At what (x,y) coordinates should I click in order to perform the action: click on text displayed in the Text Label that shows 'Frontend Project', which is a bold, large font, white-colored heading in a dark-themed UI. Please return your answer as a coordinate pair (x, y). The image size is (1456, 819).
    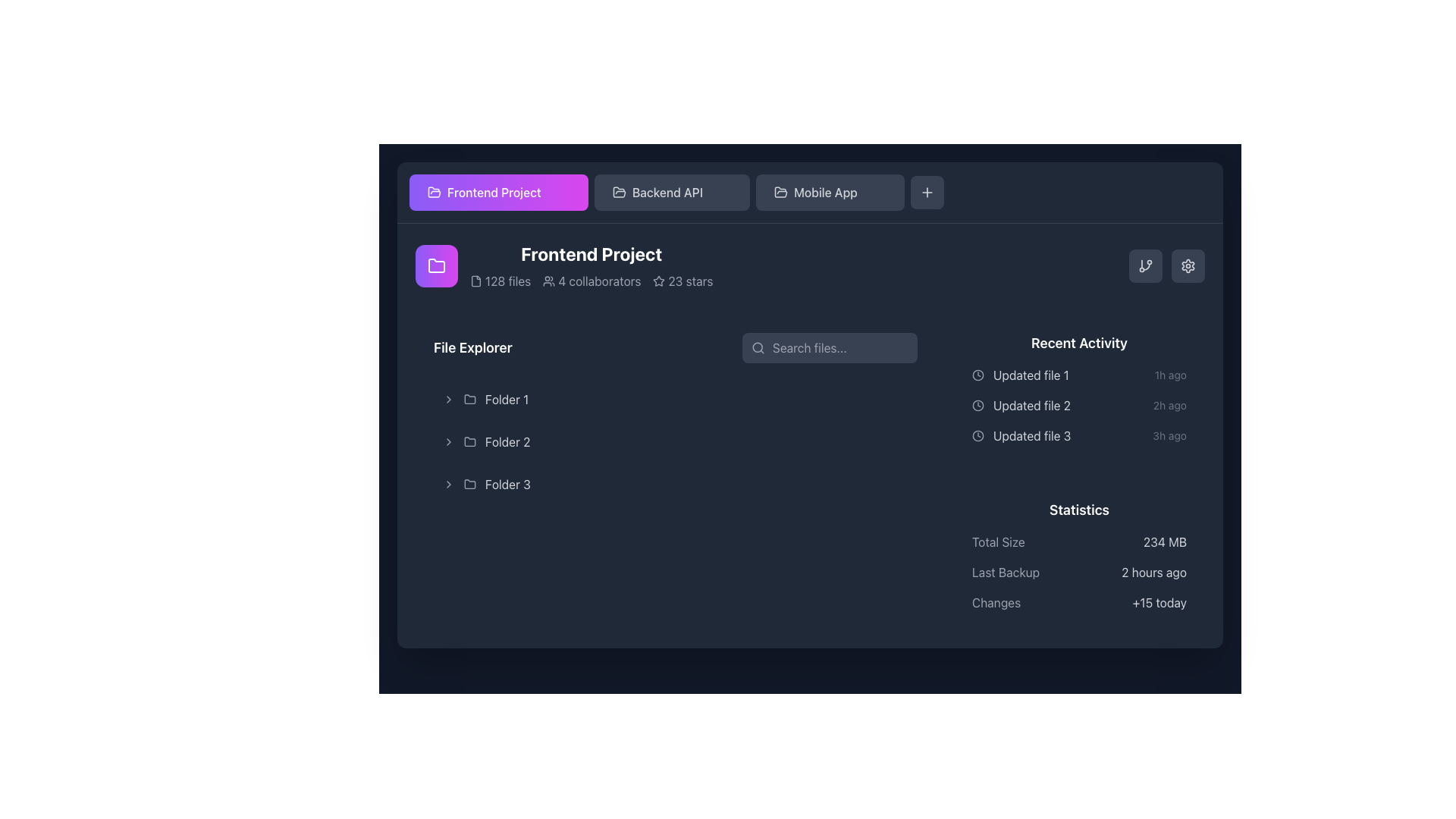
    Looking at the image, I should click on (591, 253).